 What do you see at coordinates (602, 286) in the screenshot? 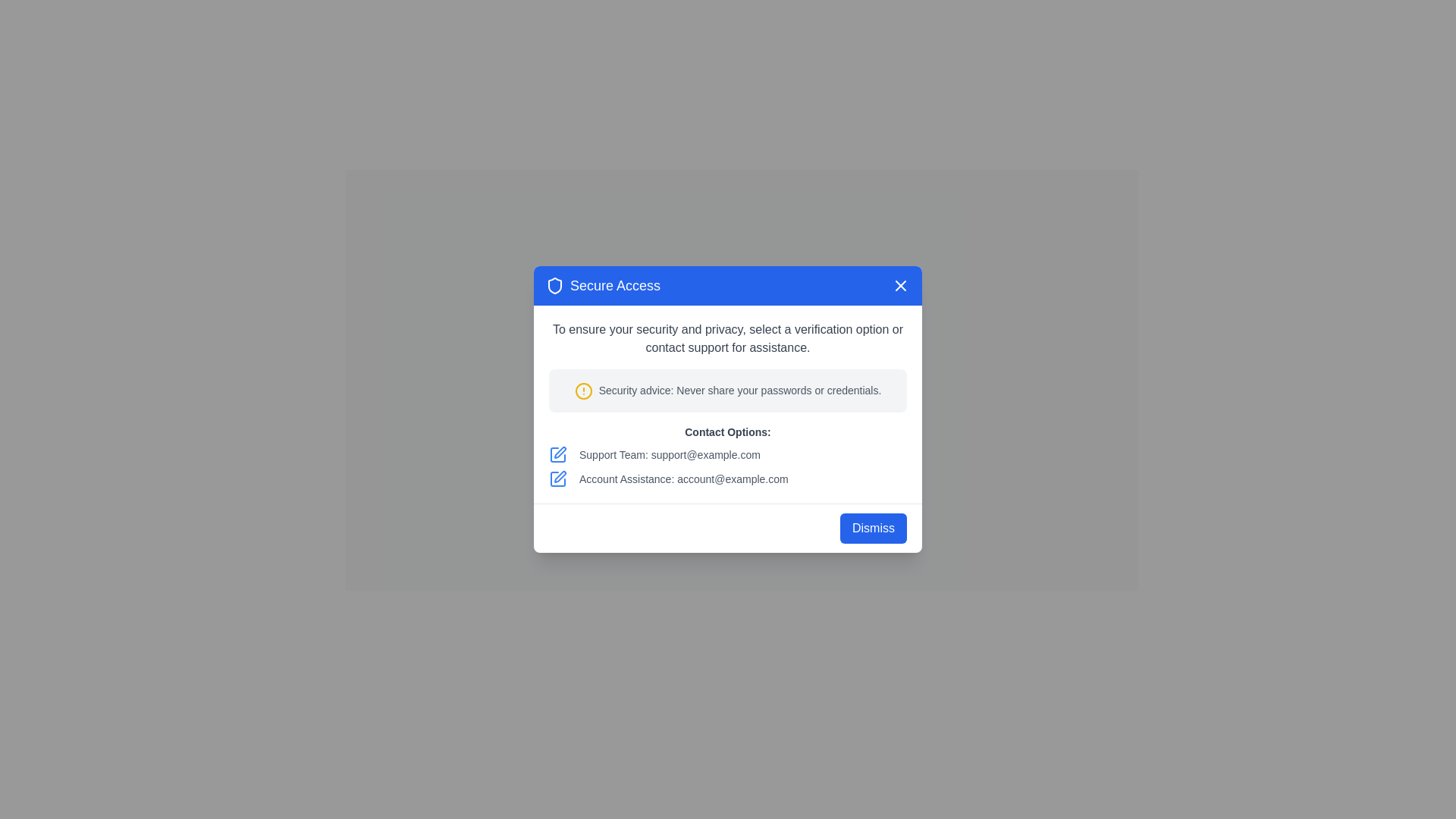
I see `the 'Secure Access' label with the shield icon` at bounding box center [602, 286].